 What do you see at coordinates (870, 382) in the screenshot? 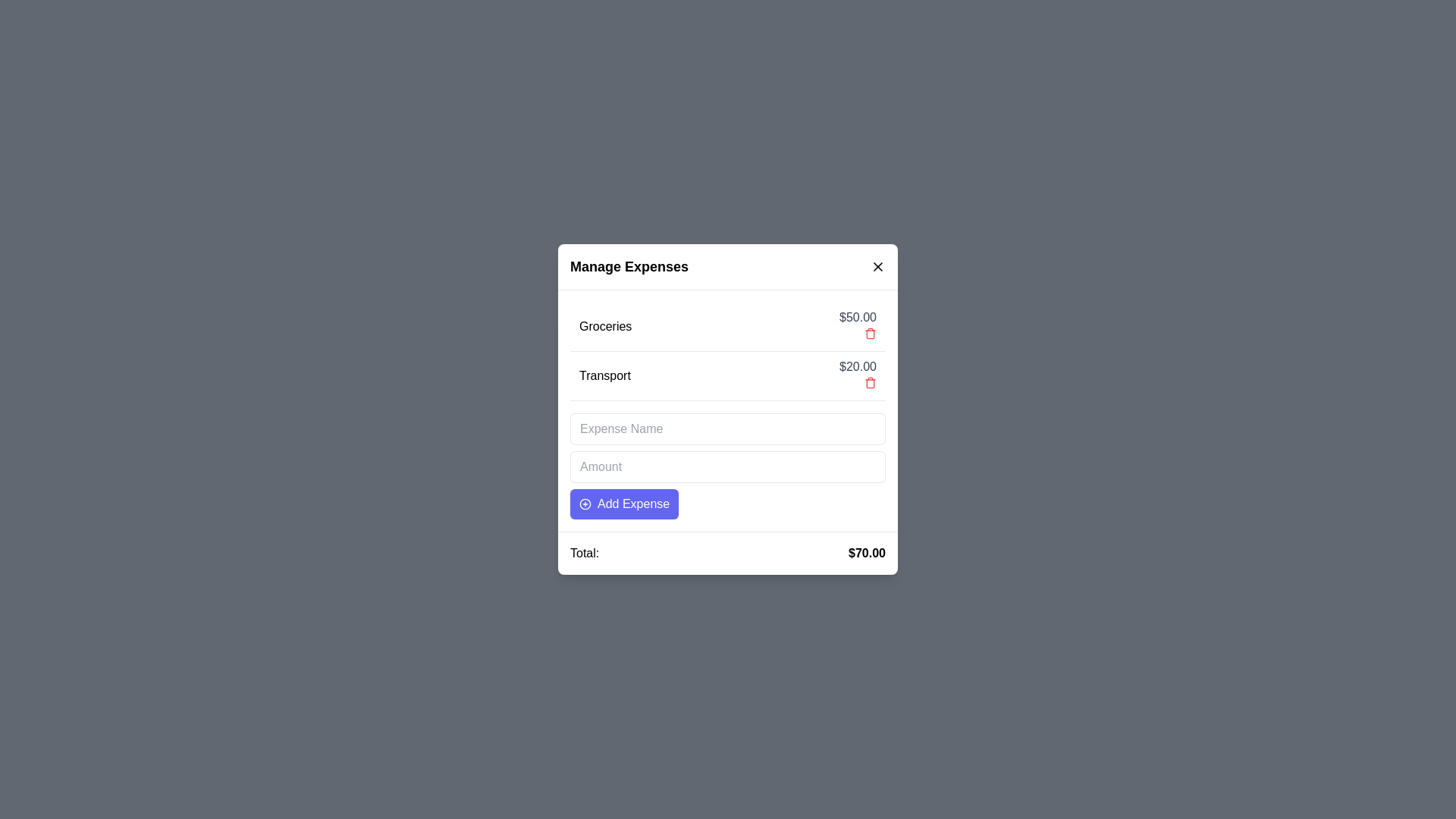
I see `the trash can icon representing the delete functionality associated with the 'Transport' expense entry in the 'Manage Expenses' dialog box` at bounding box center [870, 382].